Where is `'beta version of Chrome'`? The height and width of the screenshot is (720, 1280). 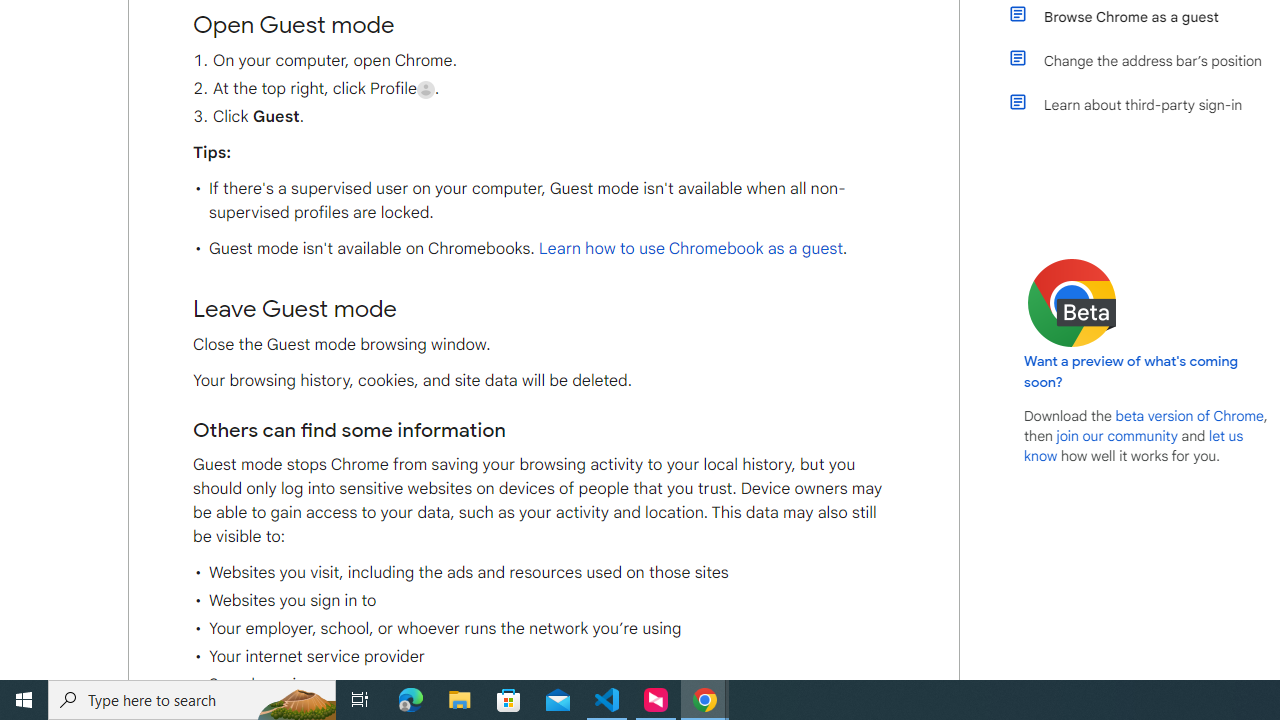 'beta version of Chrome' is located at coordinates (1189, 414).